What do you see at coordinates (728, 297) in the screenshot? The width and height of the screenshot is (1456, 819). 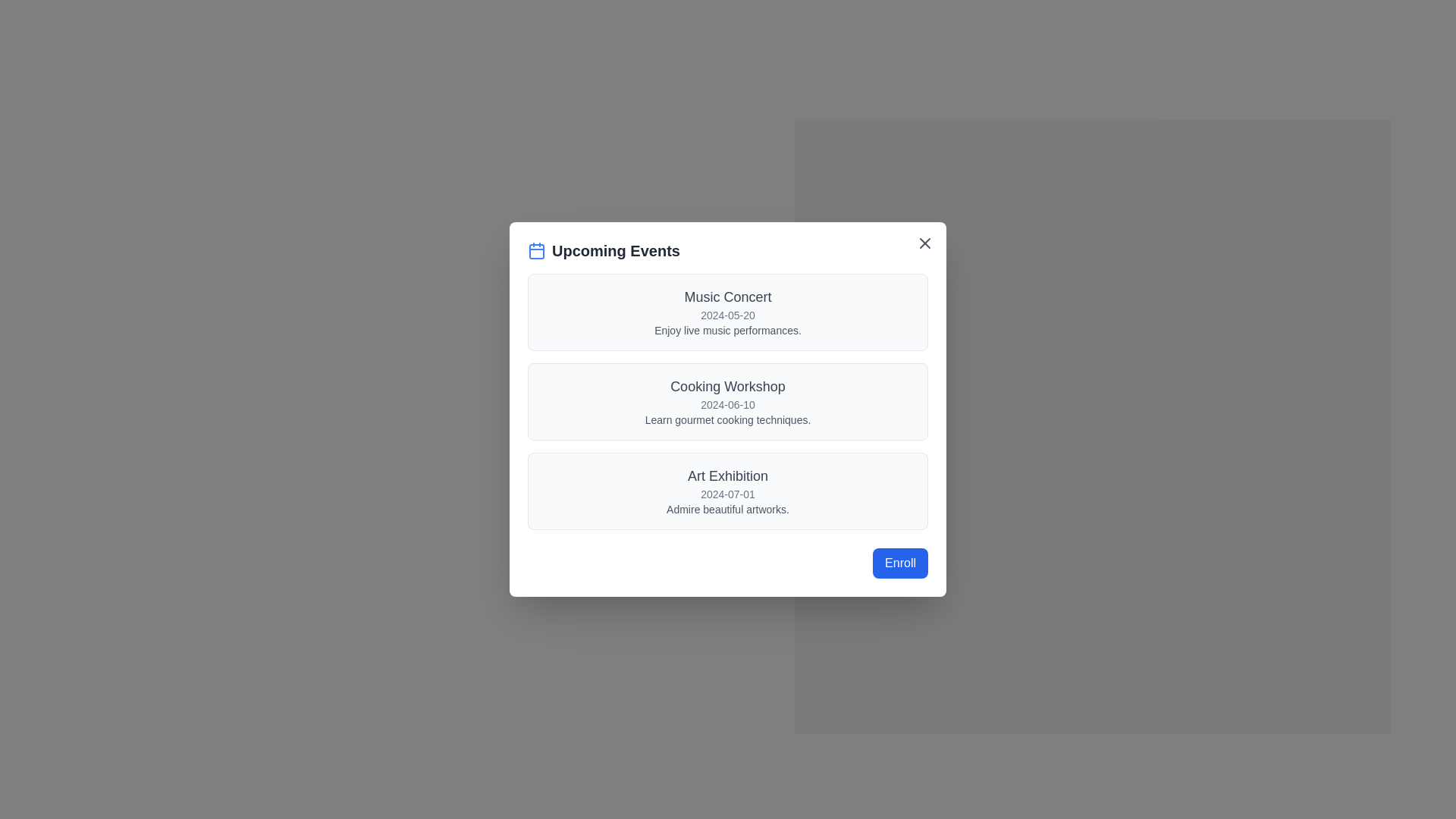 I see `the 'Music Concert' text label located at the center of the event card in the 'Upcoming Events' dialog box, which serves as a title for the music event` at bounding box center [728, 297].